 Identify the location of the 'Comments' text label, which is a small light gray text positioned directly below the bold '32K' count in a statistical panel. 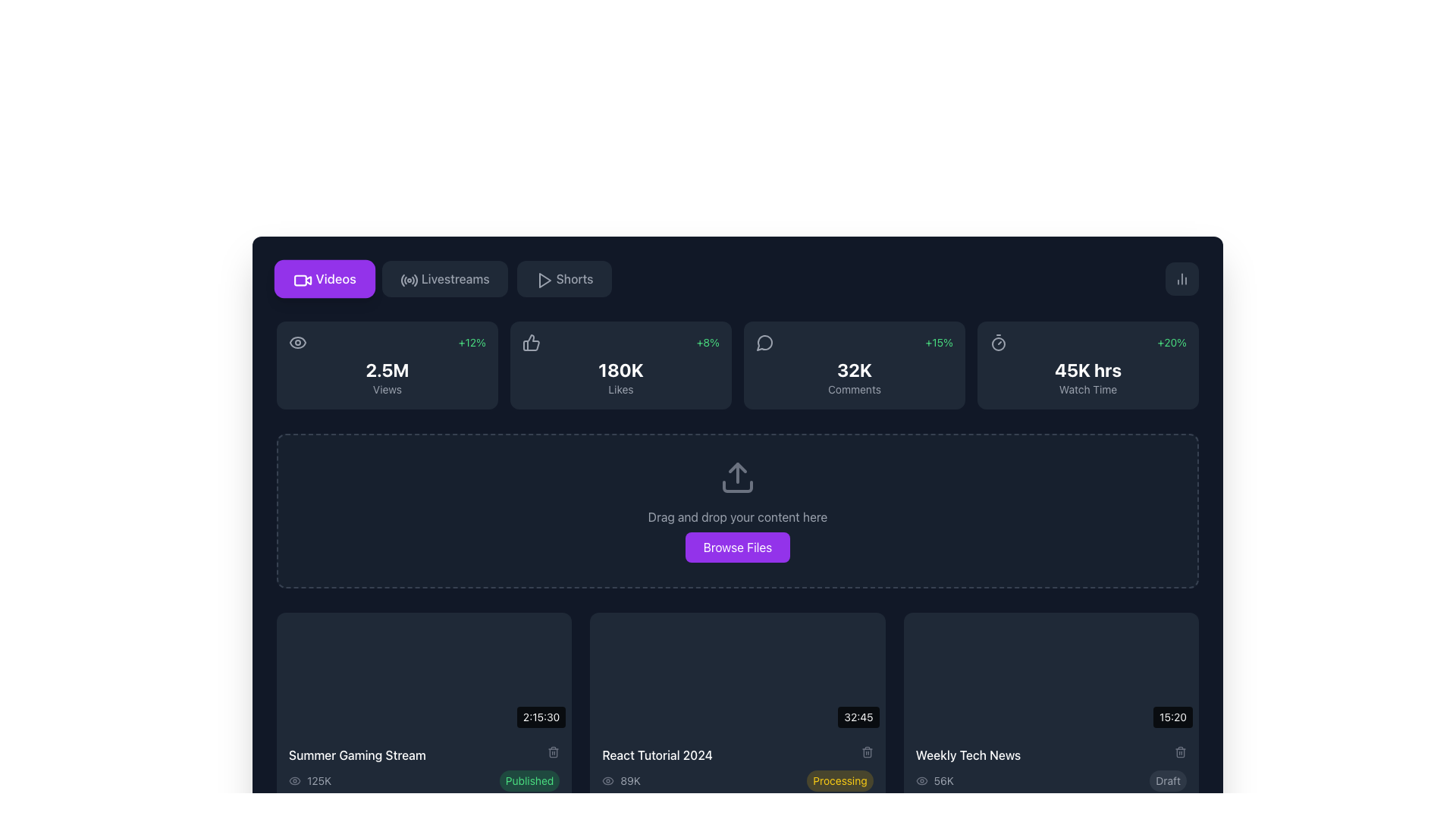
(855, 388).